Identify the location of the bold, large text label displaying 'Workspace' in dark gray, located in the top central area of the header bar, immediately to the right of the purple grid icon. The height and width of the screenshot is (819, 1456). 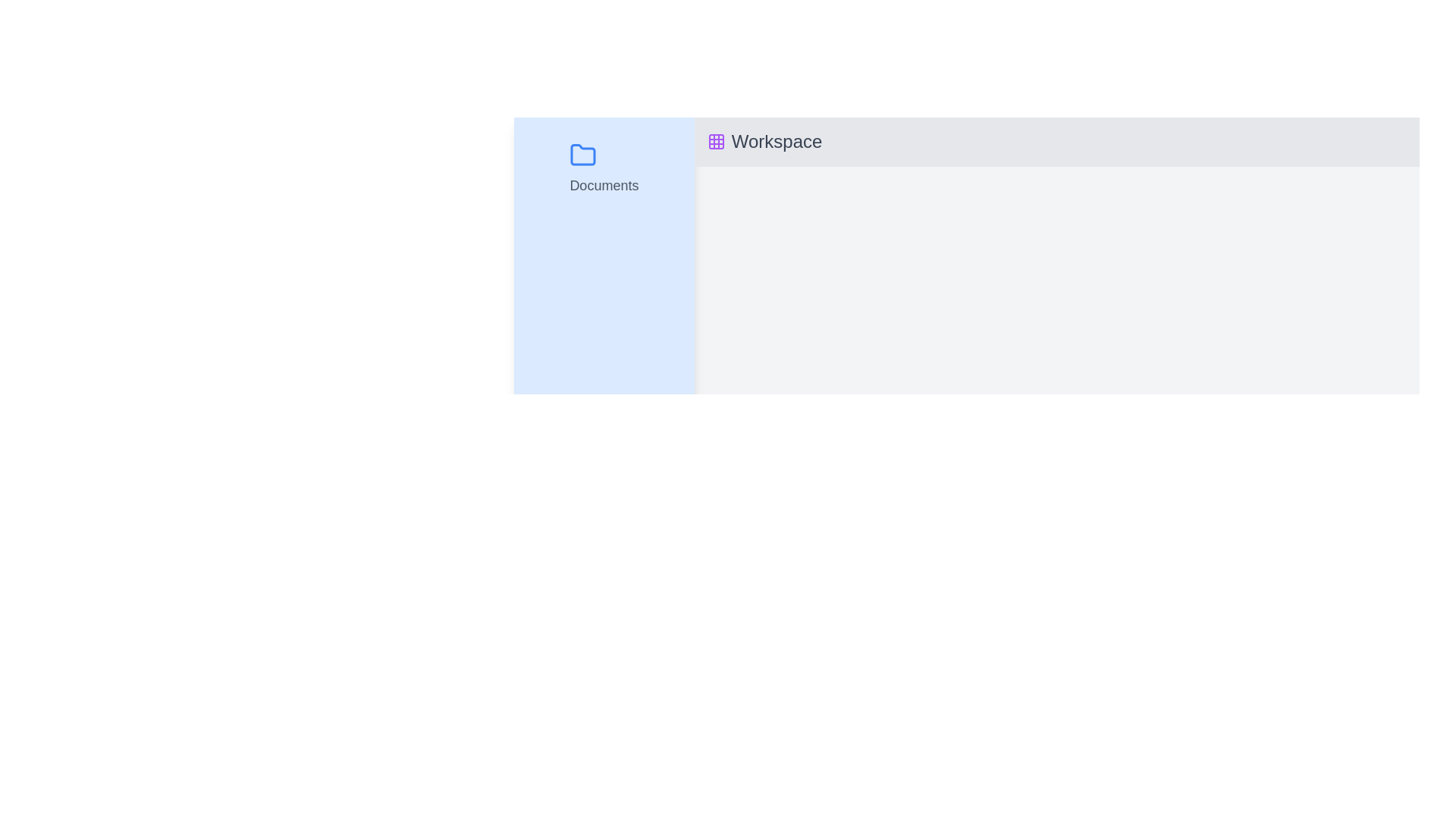
(777, 141).